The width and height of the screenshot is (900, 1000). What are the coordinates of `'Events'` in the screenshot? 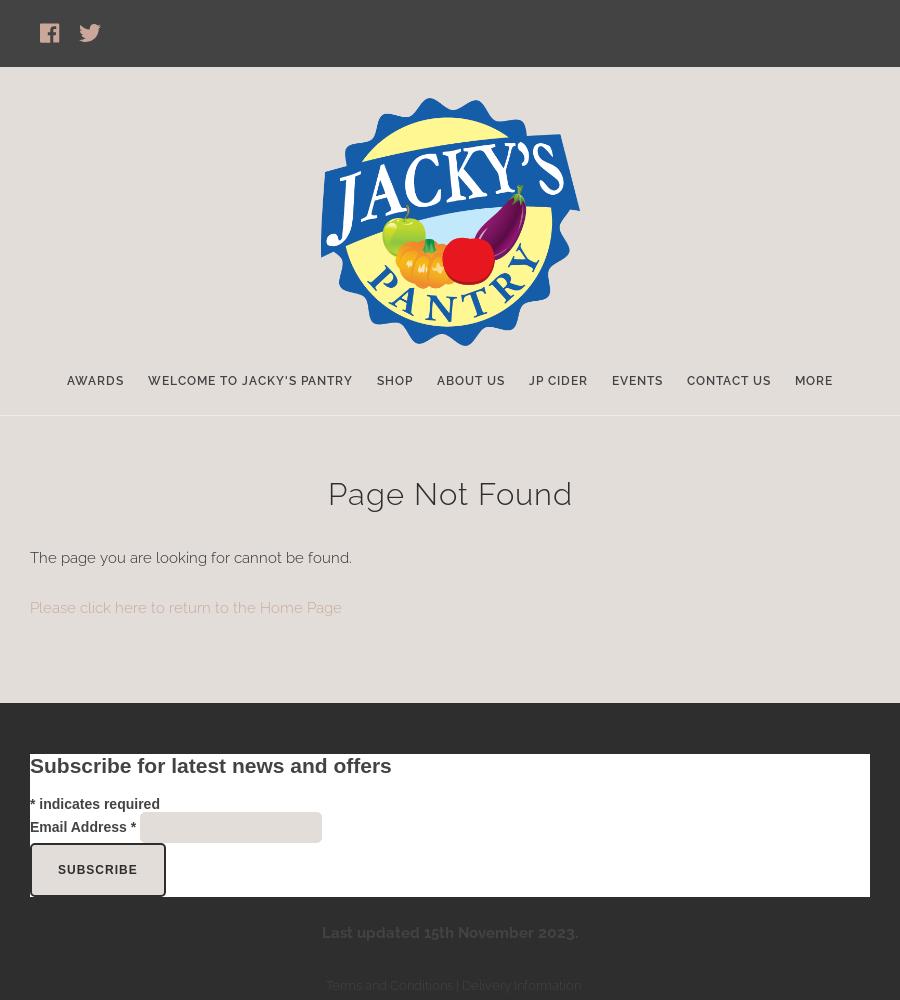 It's located at (612, 381).